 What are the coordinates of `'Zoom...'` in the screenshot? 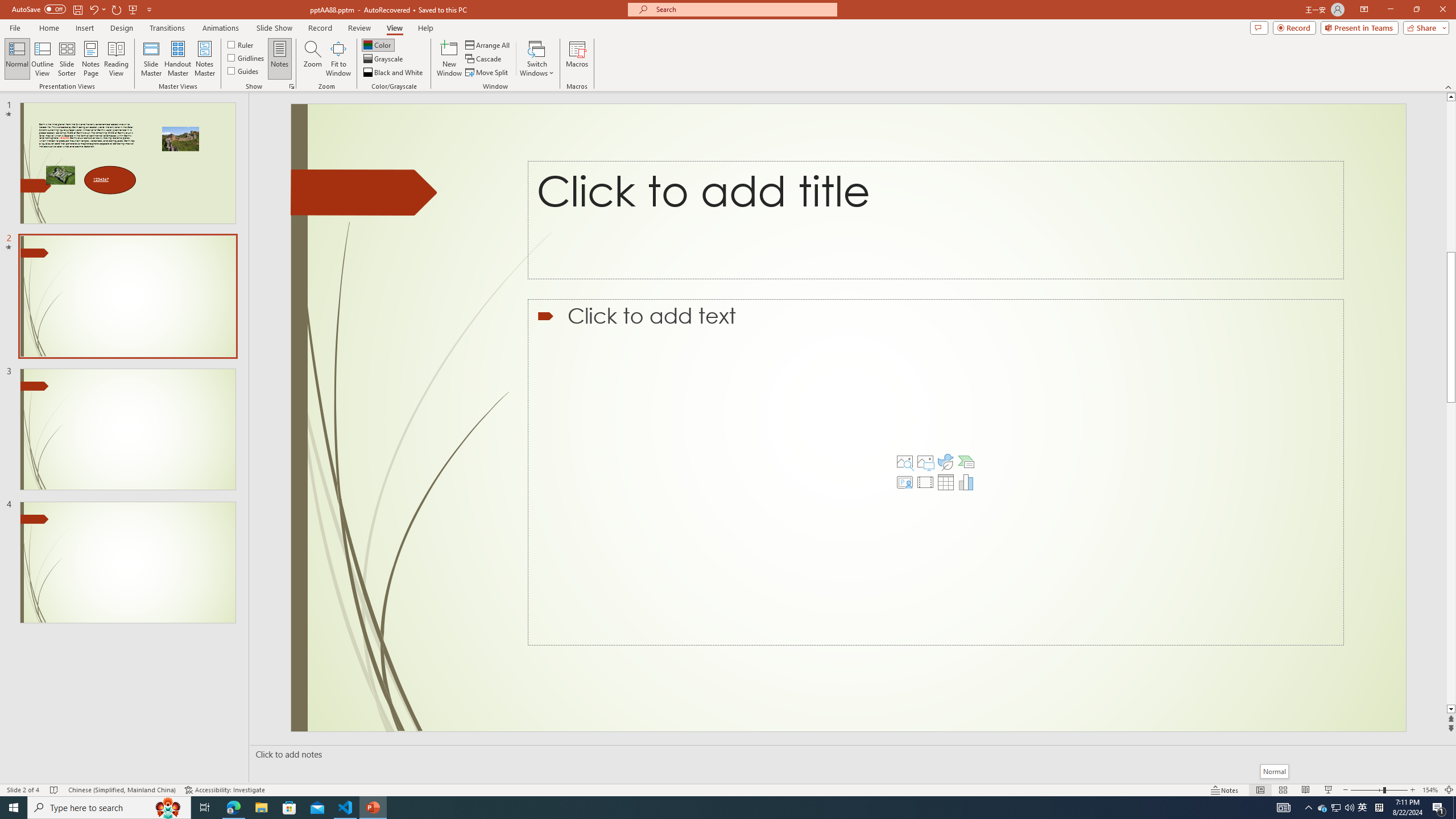 It's located at (313, 59).